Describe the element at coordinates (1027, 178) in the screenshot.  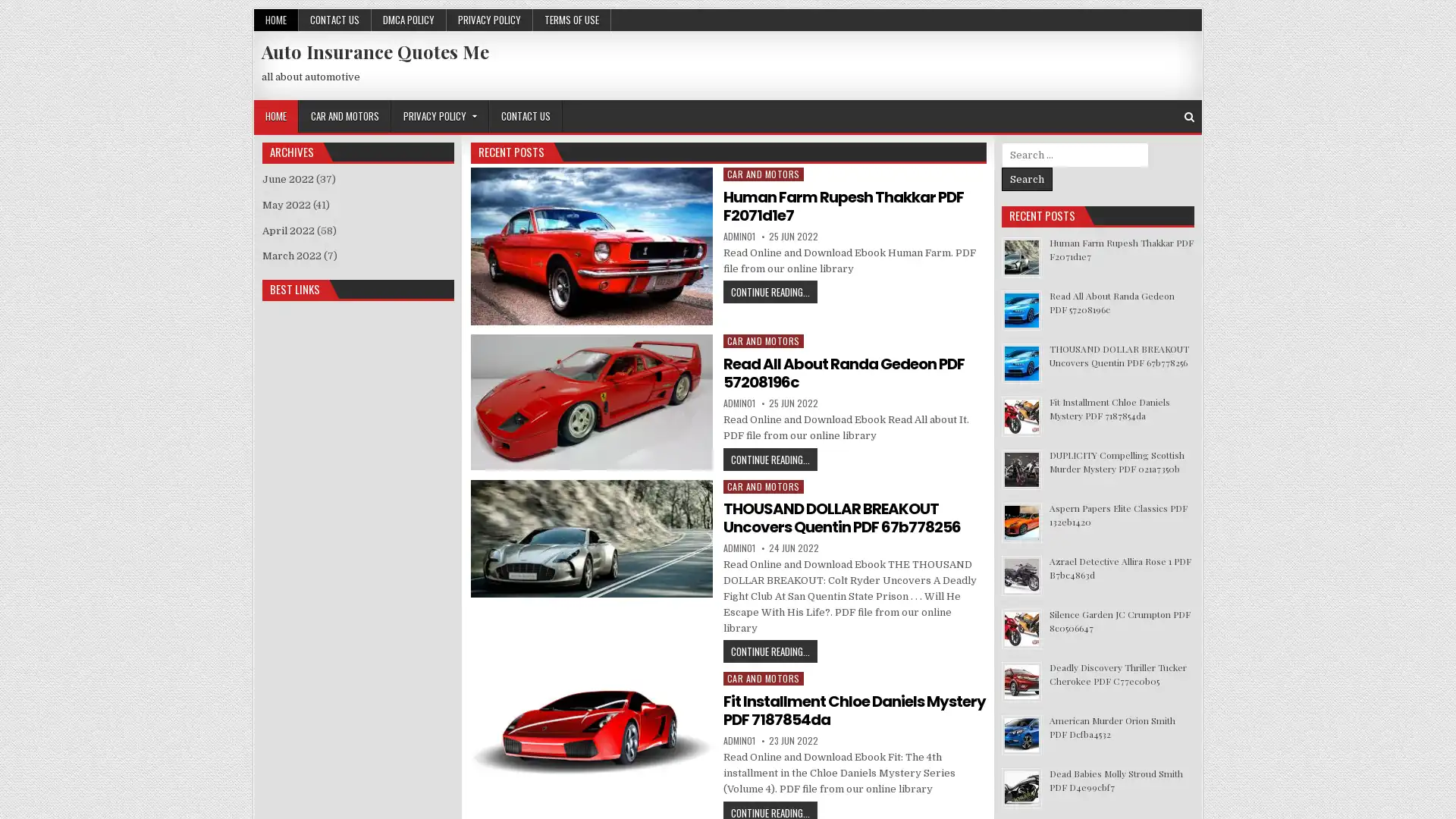
I see `Search` at that location.